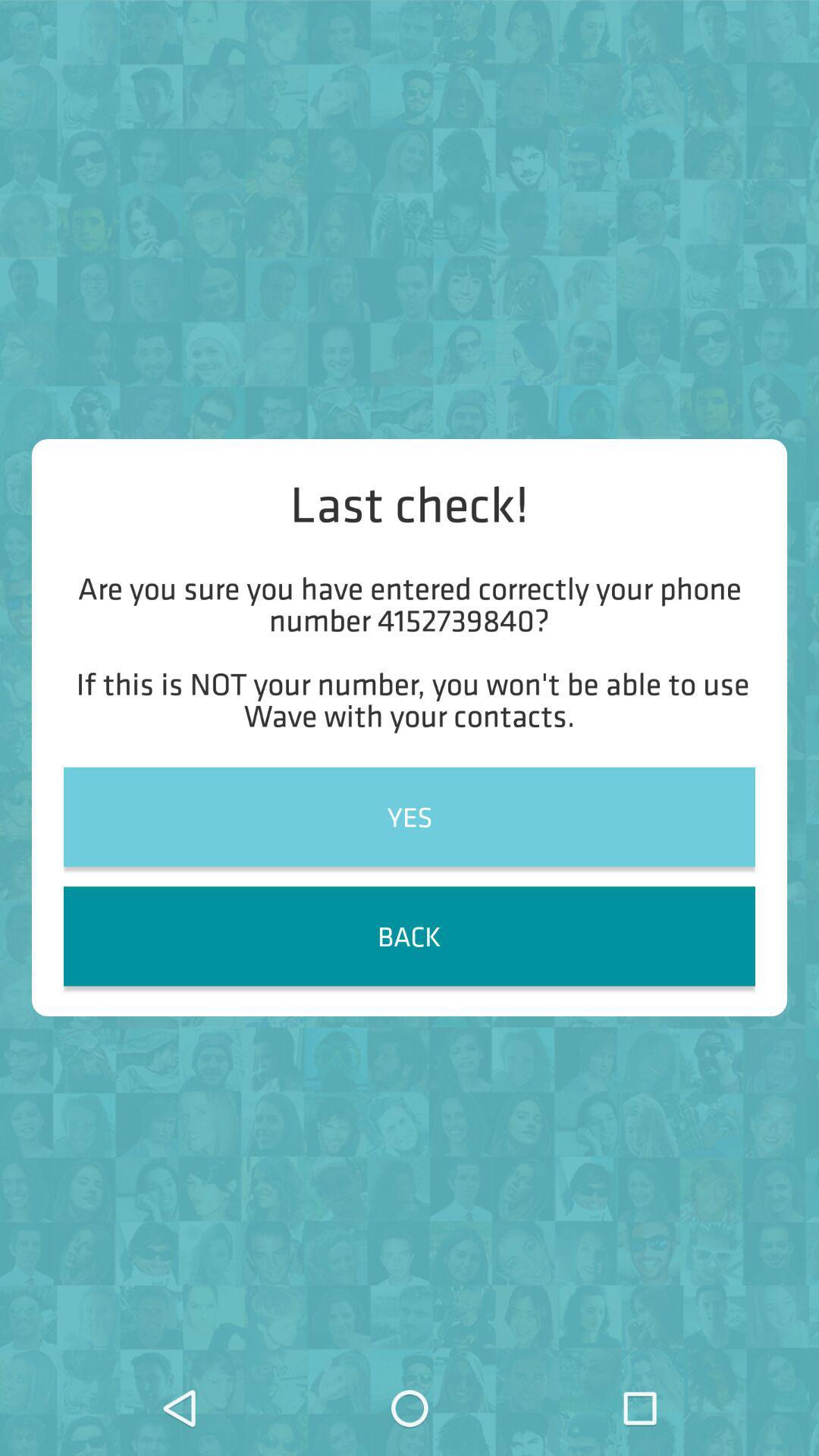  What do you see at coordinates (409, 651) in the screenshot?
I see `the item above yes item` at bounding box center [409, 651].